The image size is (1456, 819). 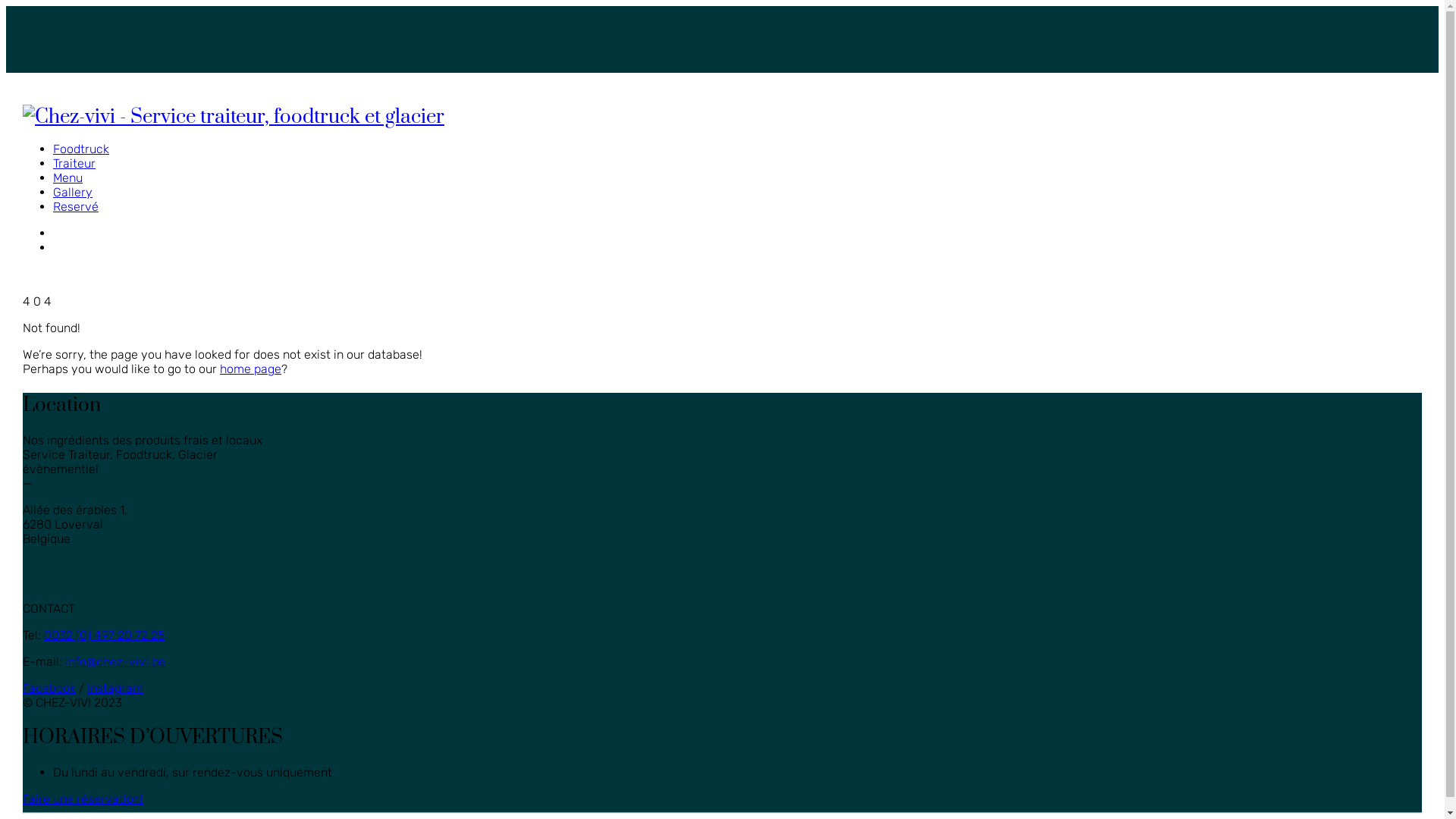 What do you see at coordinates (250, 369) in the screenshot?
I see `'home page'` at bounding box center [250, 369].